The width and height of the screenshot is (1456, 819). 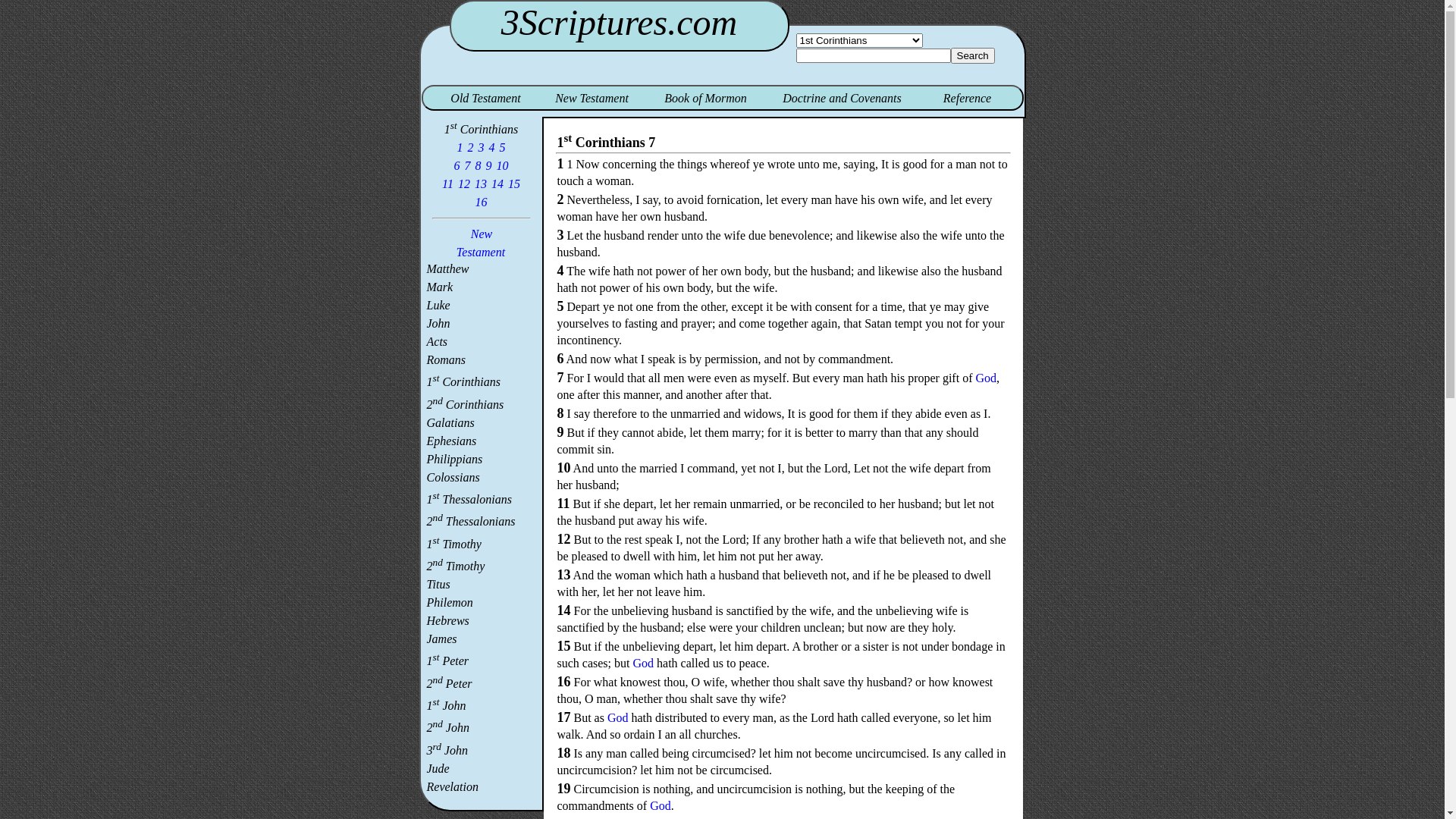 I want to click on '13', so click(x=479, y=183).